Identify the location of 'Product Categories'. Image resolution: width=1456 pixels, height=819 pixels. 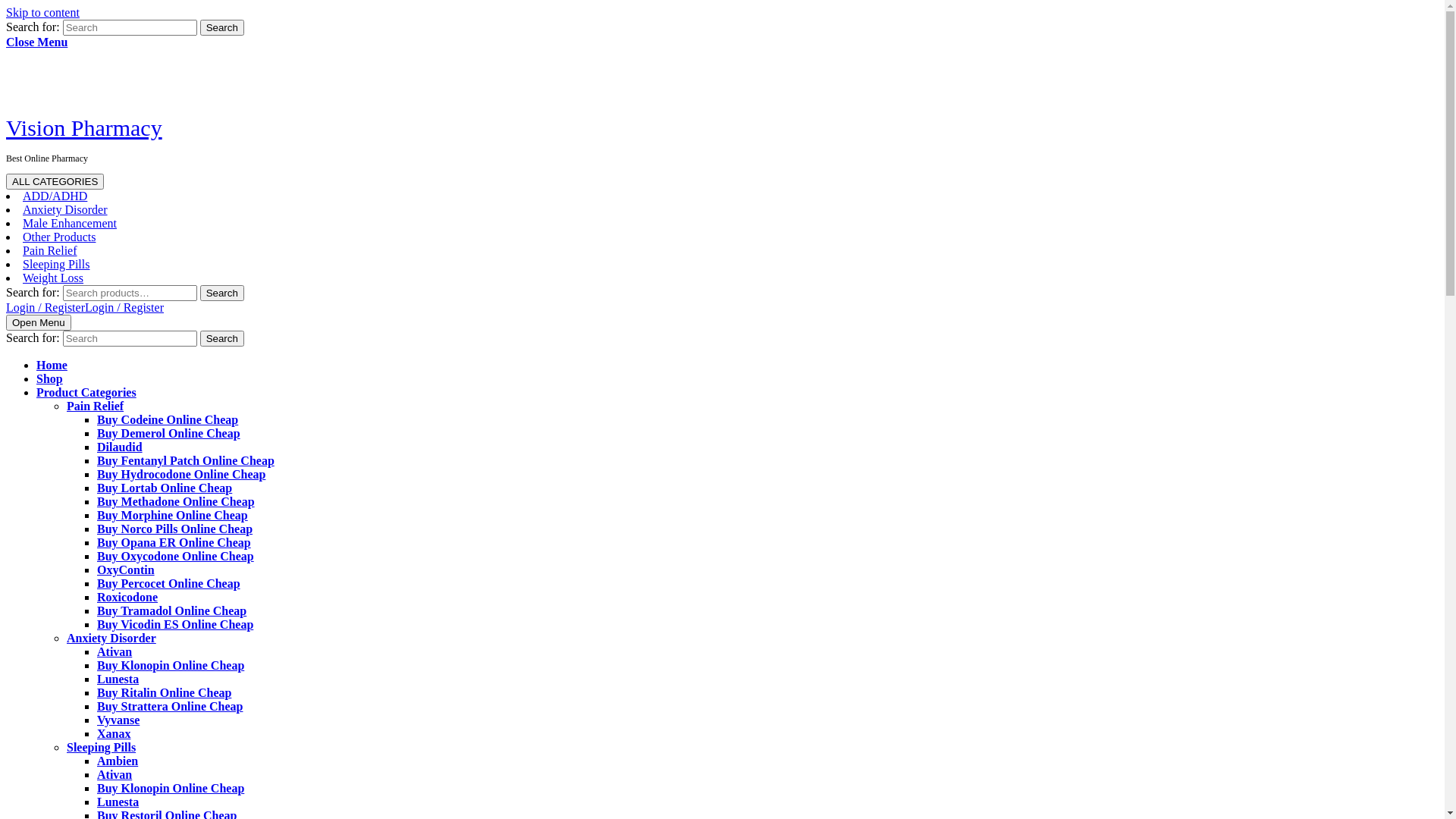
(86, 391).